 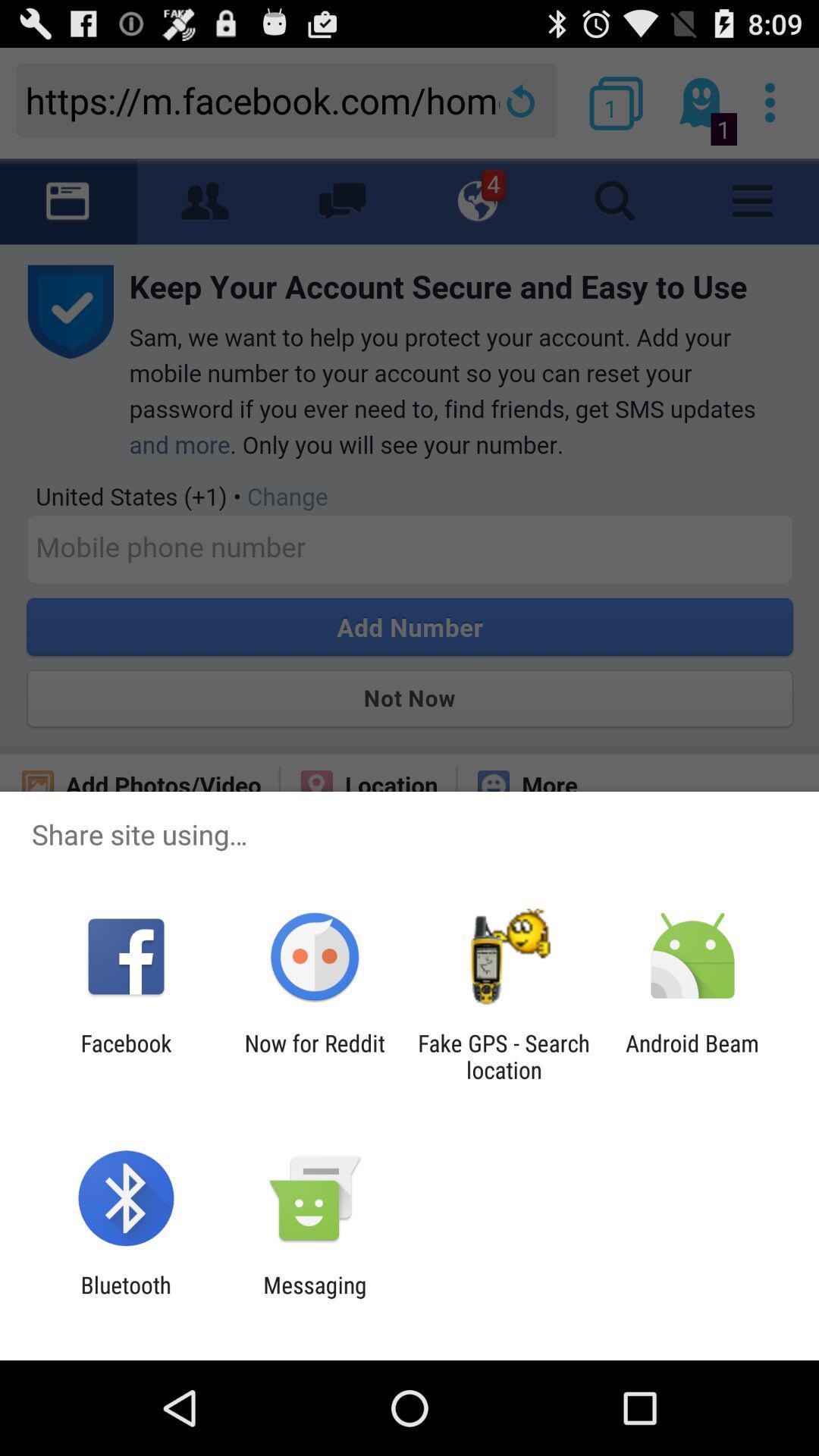 What do you see at coordinates (125, 1298) in the screenshot?
I see `bluetooth` at bounding box center [125, 1298].